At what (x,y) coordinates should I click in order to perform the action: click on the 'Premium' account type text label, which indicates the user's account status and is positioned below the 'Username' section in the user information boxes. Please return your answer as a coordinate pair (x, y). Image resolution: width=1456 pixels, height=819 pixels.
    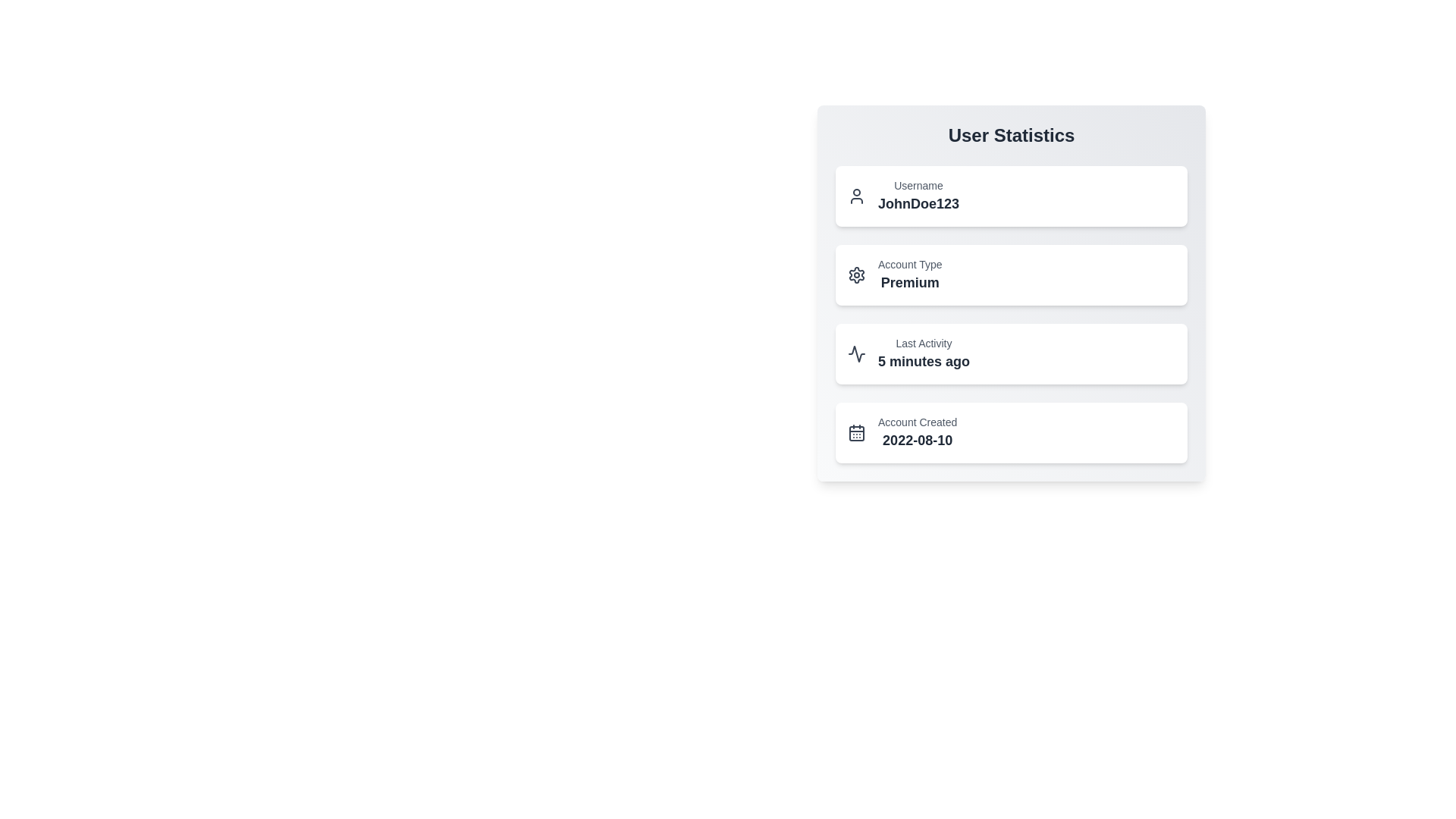
    Looking at the image, I should click on (910, 283).